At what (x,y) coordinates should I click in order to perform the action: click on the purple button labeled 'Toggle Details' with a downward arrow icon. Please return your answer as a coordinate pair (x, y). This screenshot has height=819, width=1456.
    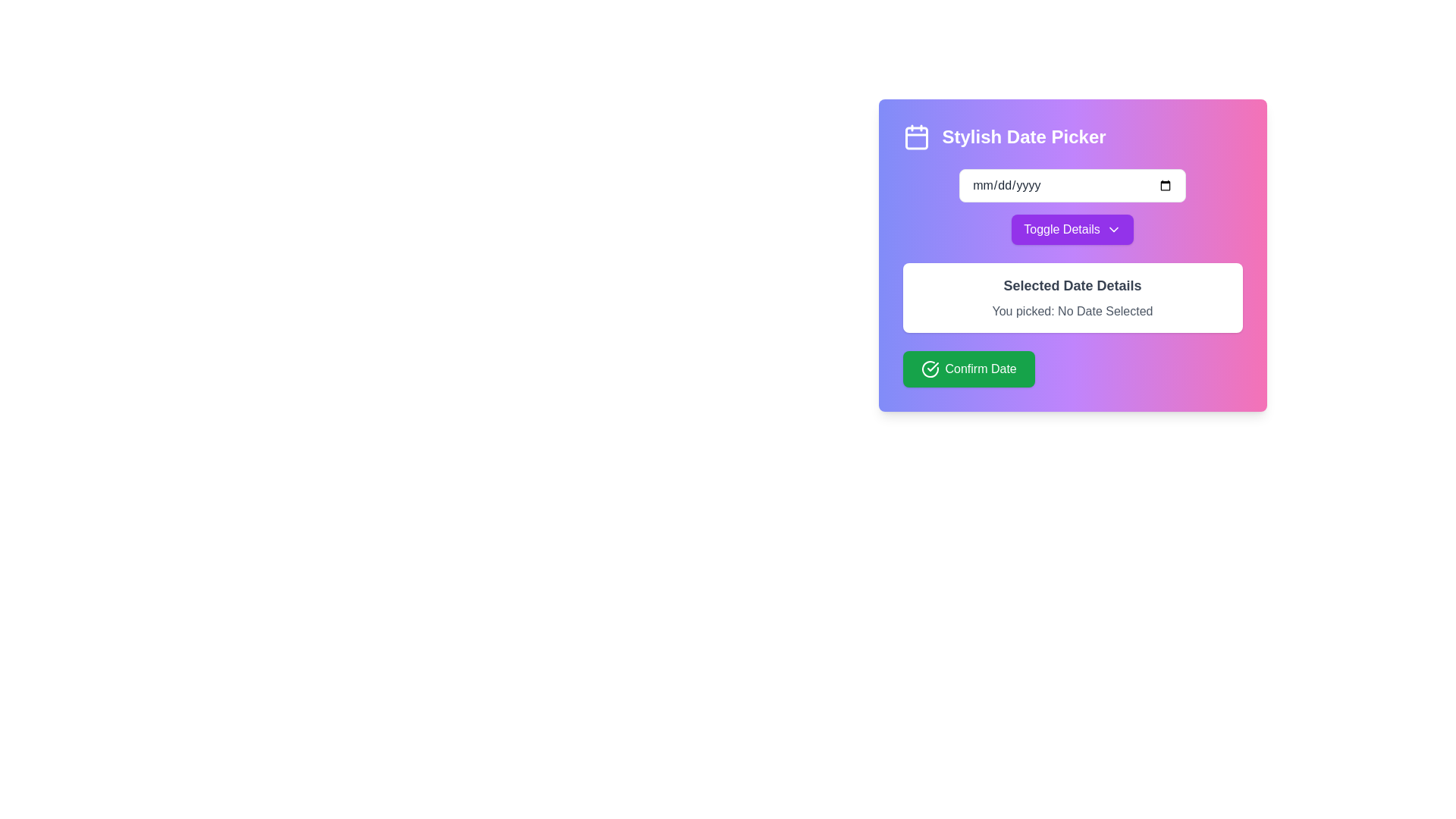
    Looking at the image, I should click on (1072, 207).